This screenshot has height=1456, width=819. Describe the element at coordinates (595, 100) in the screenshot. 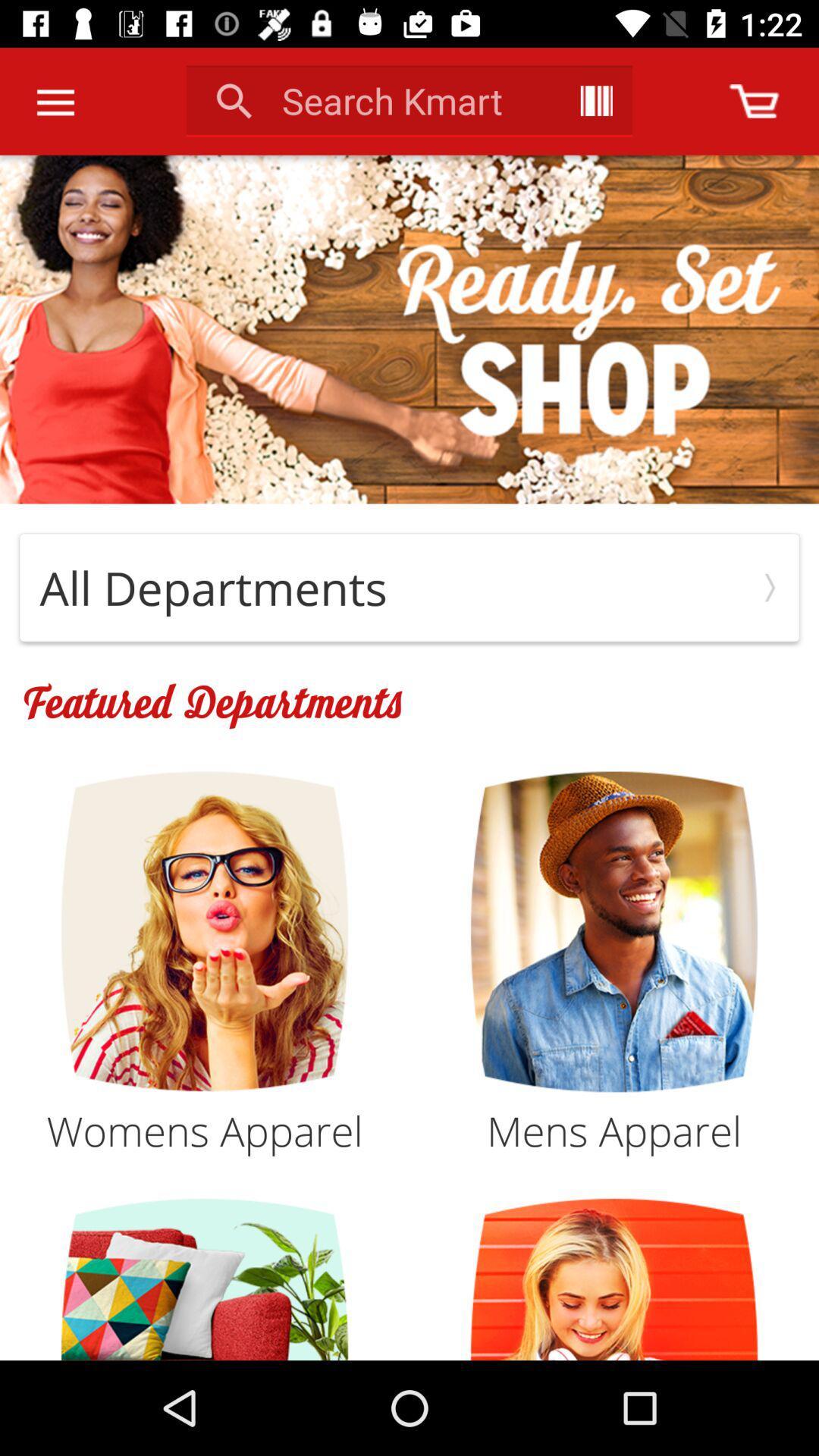

I see `the app to the right of search kmart` at that location.